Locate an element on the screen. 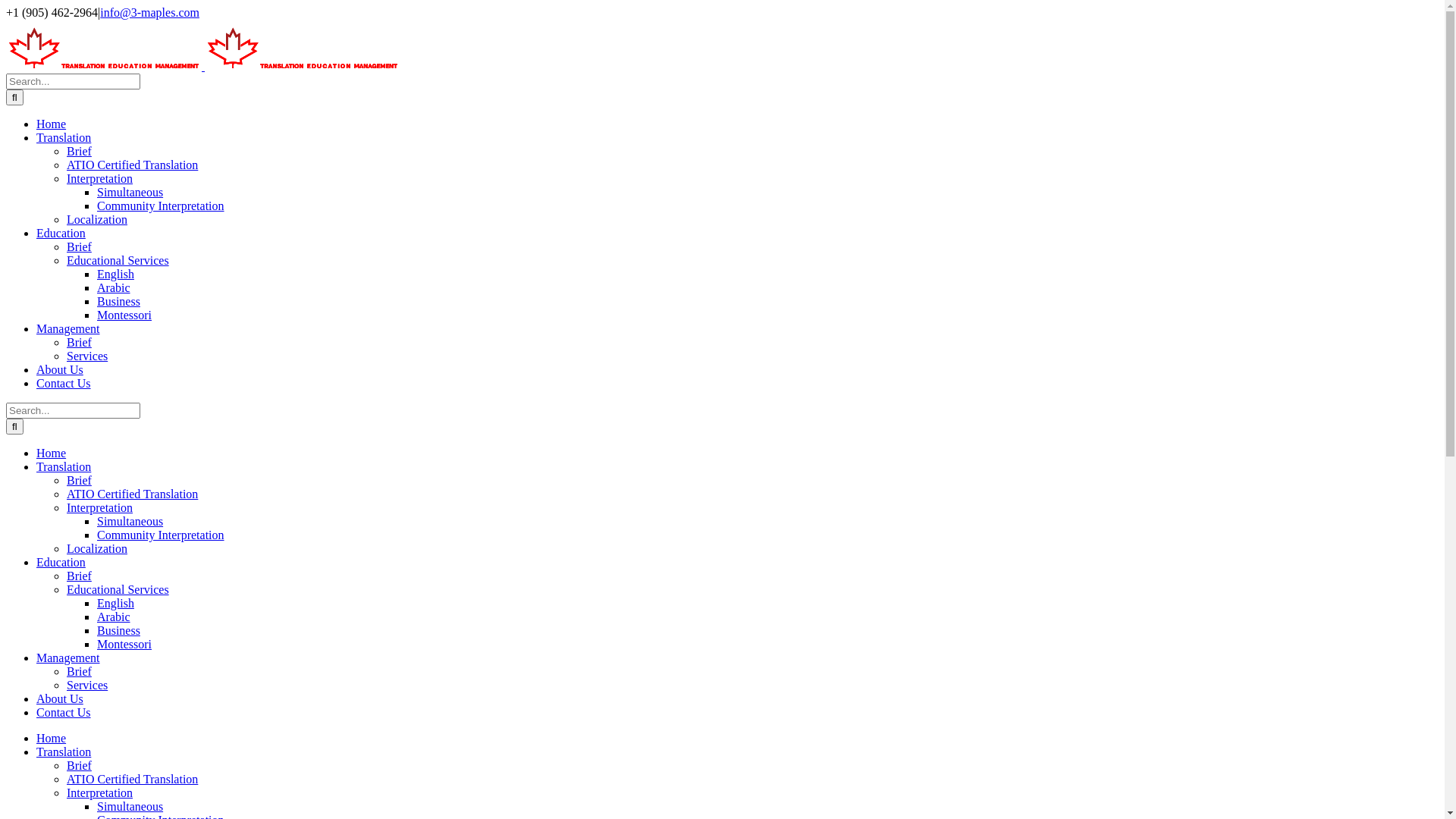 Image resolution: width=1456 pixels, height=819 pixels. 'Education' is located at coordinates (61, 562).